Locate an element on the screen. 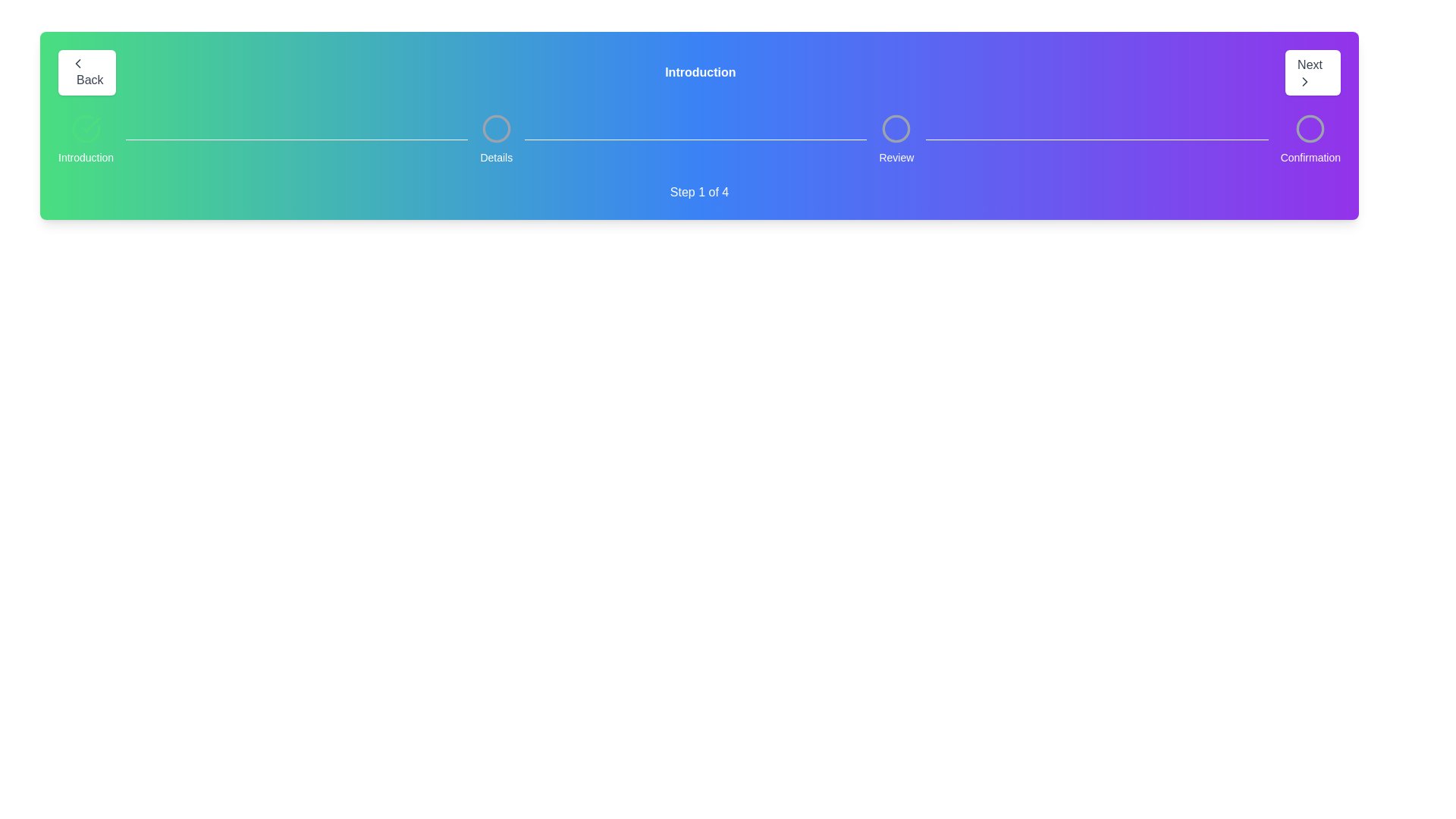  the right-pointing arrow icon within the 'Next' button to proceed forward is located at coordinates (1304, 82).